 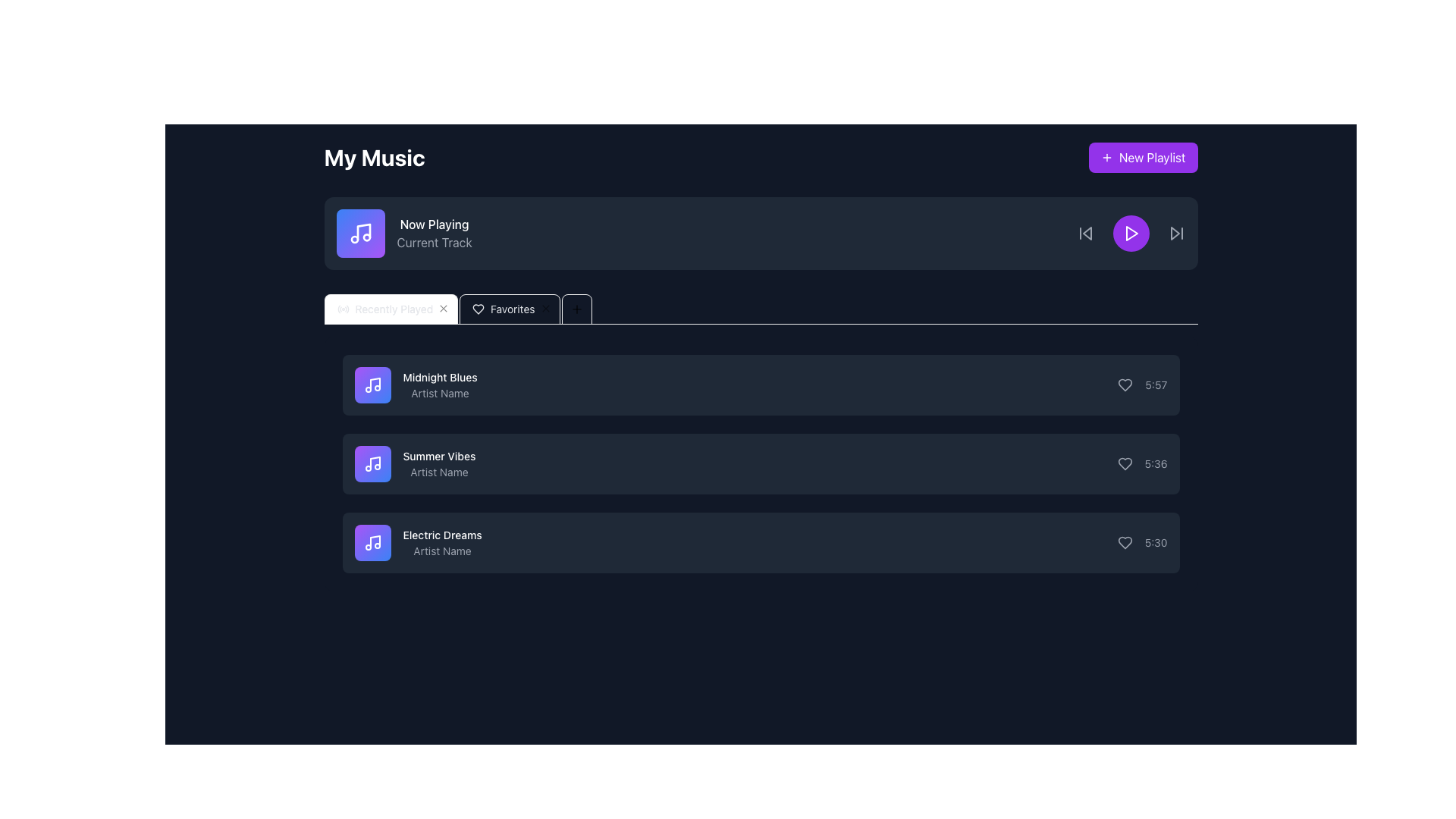 I want to click on the button to skip to the previous track, located immediately to the left of the circular purple play button in the media control section, so click(x=1084, y=234).